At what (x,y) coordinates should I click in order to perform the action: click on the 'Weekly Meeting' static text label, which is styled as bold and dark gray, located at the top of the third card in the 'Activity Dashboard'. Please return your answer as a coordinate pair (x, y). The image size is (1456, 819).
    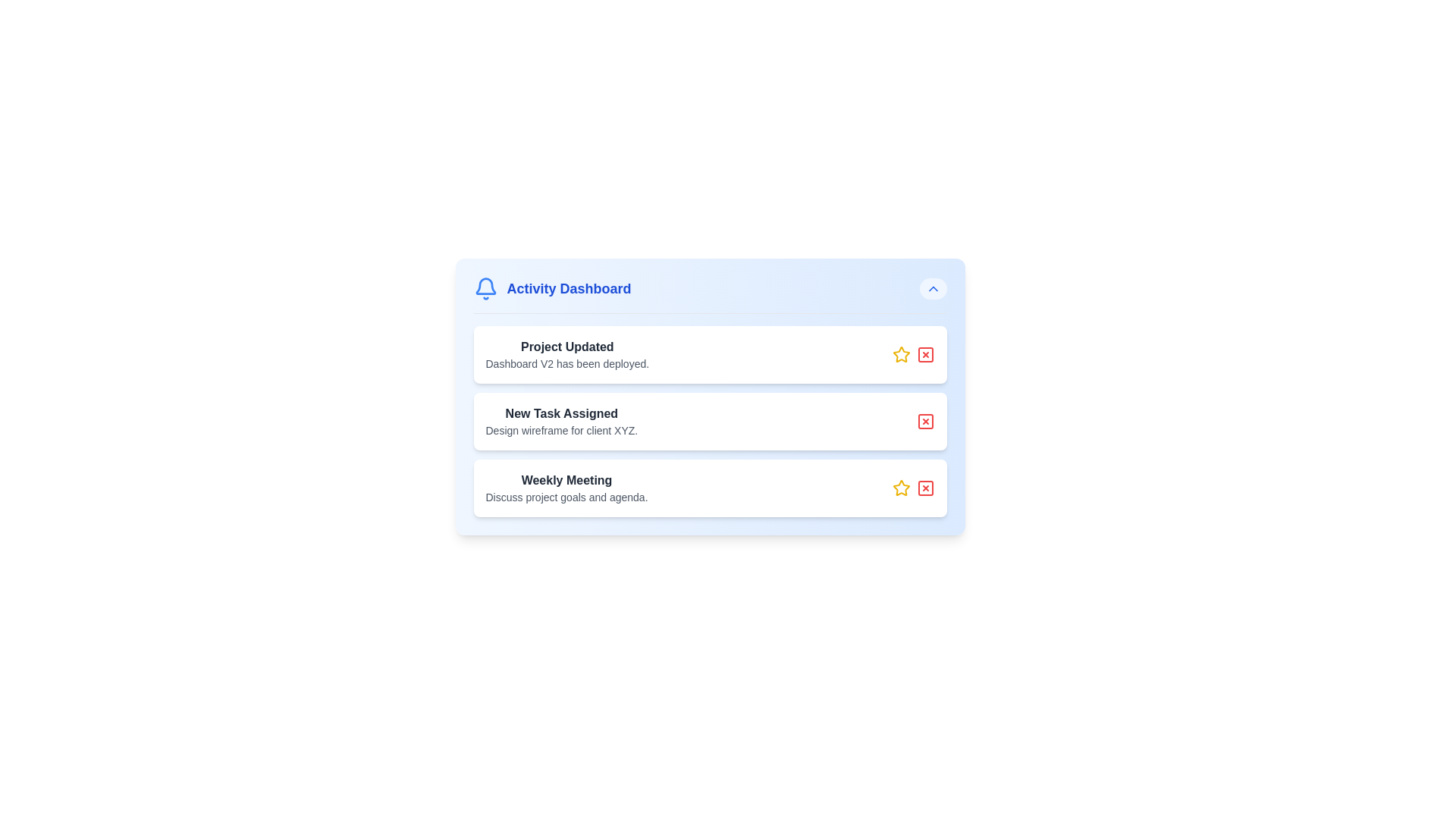
    Looking at the image, I should click on (566, 480).